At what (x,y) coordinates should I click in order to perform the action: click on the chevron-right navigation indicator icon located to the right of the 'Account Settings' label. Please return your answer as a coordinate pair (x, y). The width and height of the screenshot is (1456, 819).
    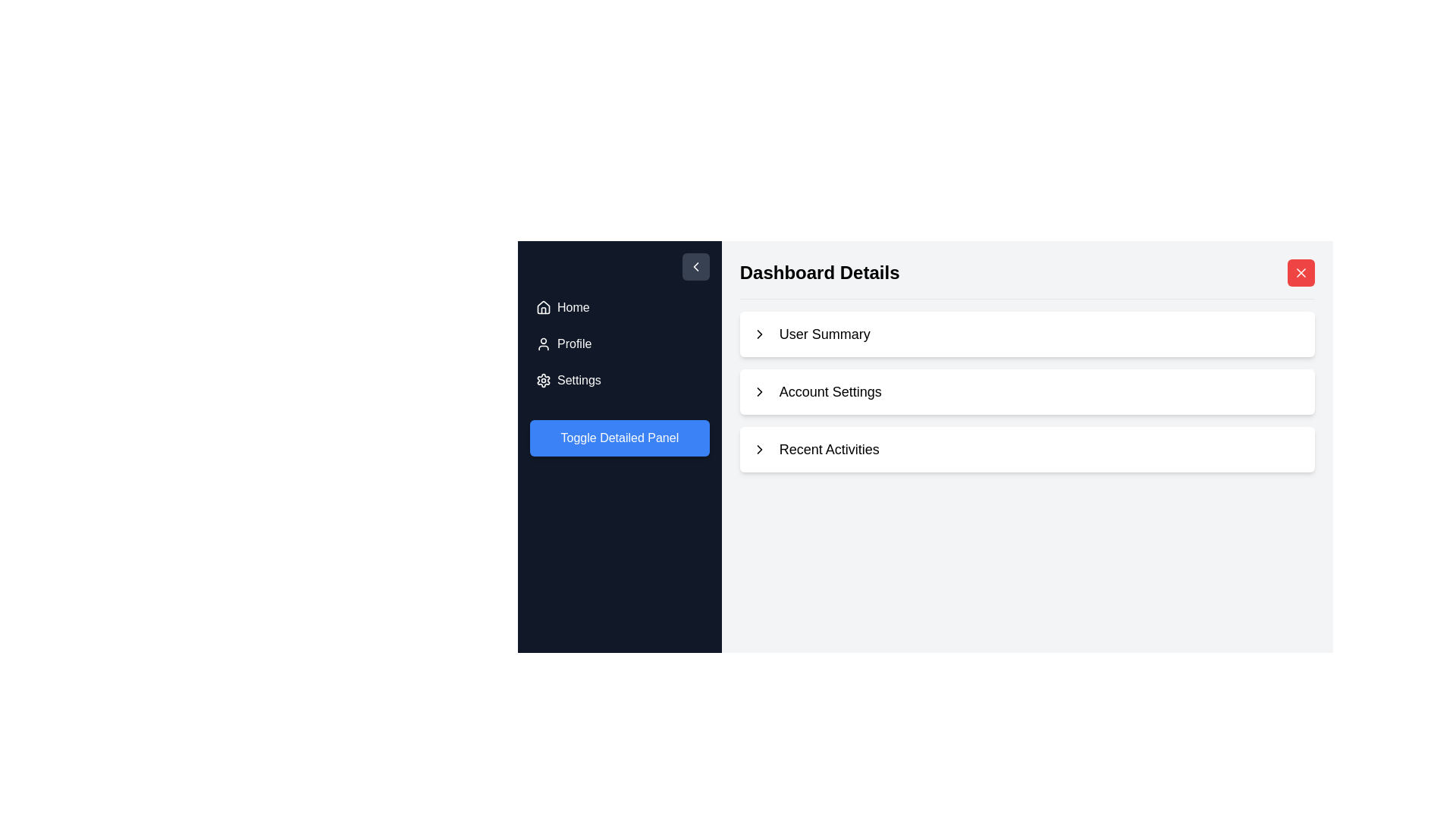
    Looking at the image, I should click on (759, 391).